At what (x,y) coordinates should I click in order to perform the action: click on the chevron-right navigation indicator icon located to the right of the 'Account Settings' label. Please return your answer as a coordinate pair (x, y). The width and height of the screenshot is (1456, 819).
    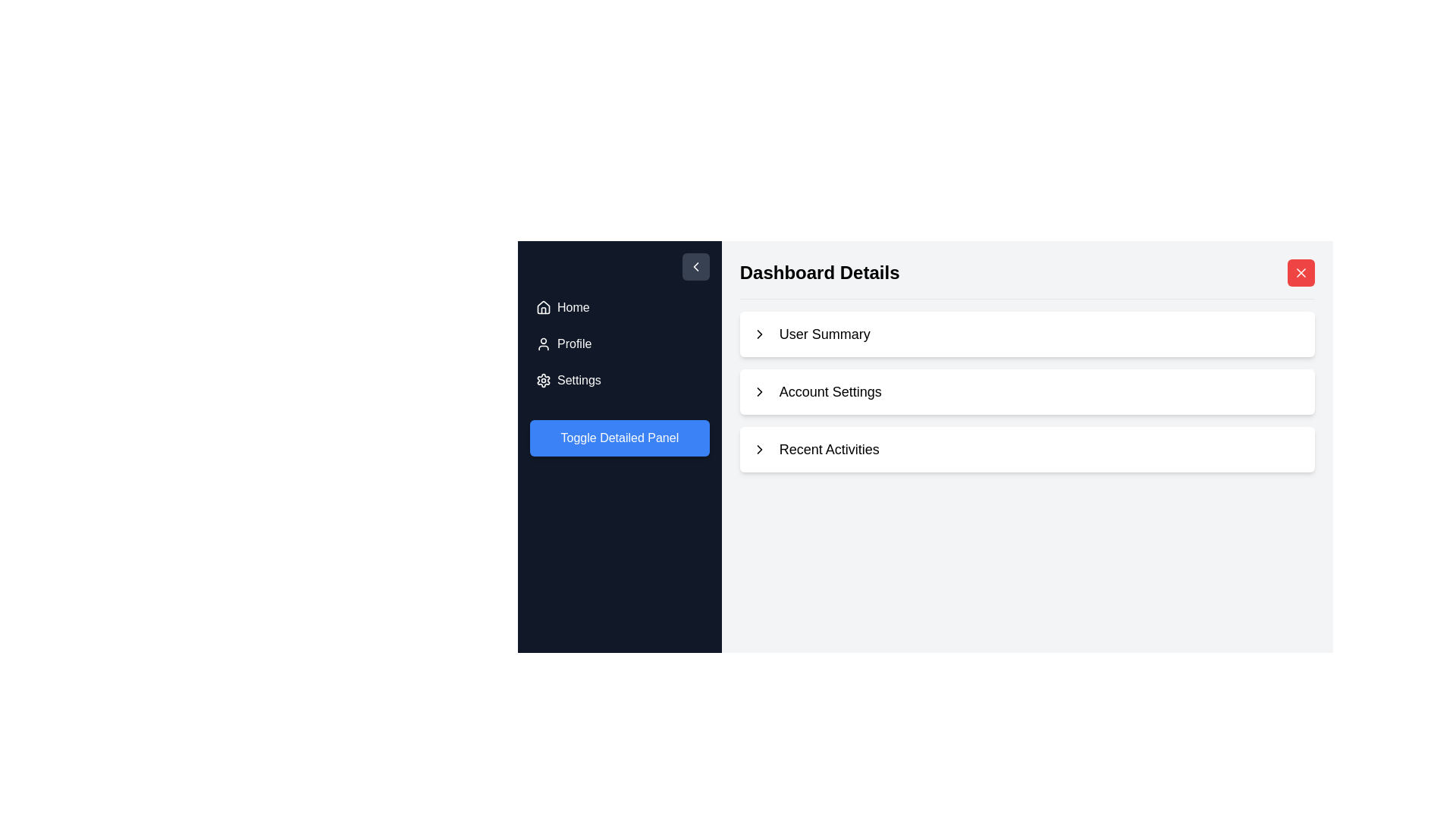
    Looking at the image, I should click on (759, 391).